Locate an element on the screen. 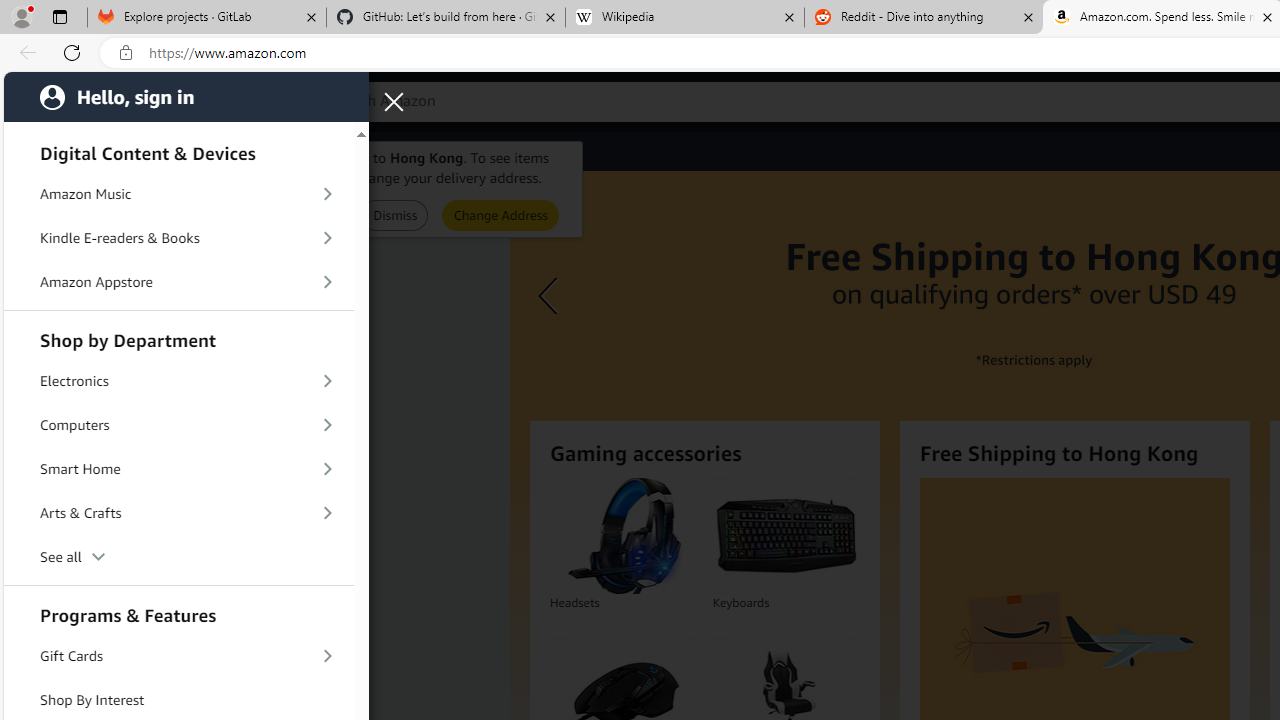  'Shop by Department' is located at coordinates (179, 337).